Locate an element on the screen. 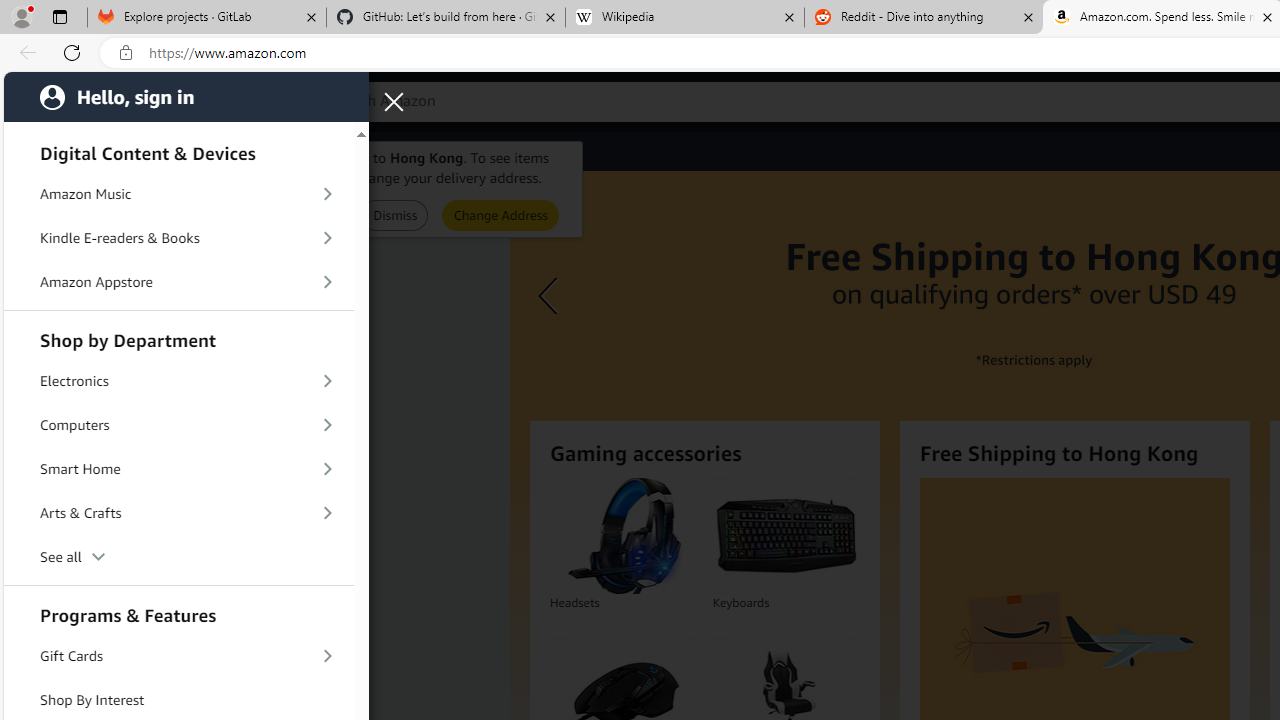  'Shop by Department' is located at coordinates (179, 337).